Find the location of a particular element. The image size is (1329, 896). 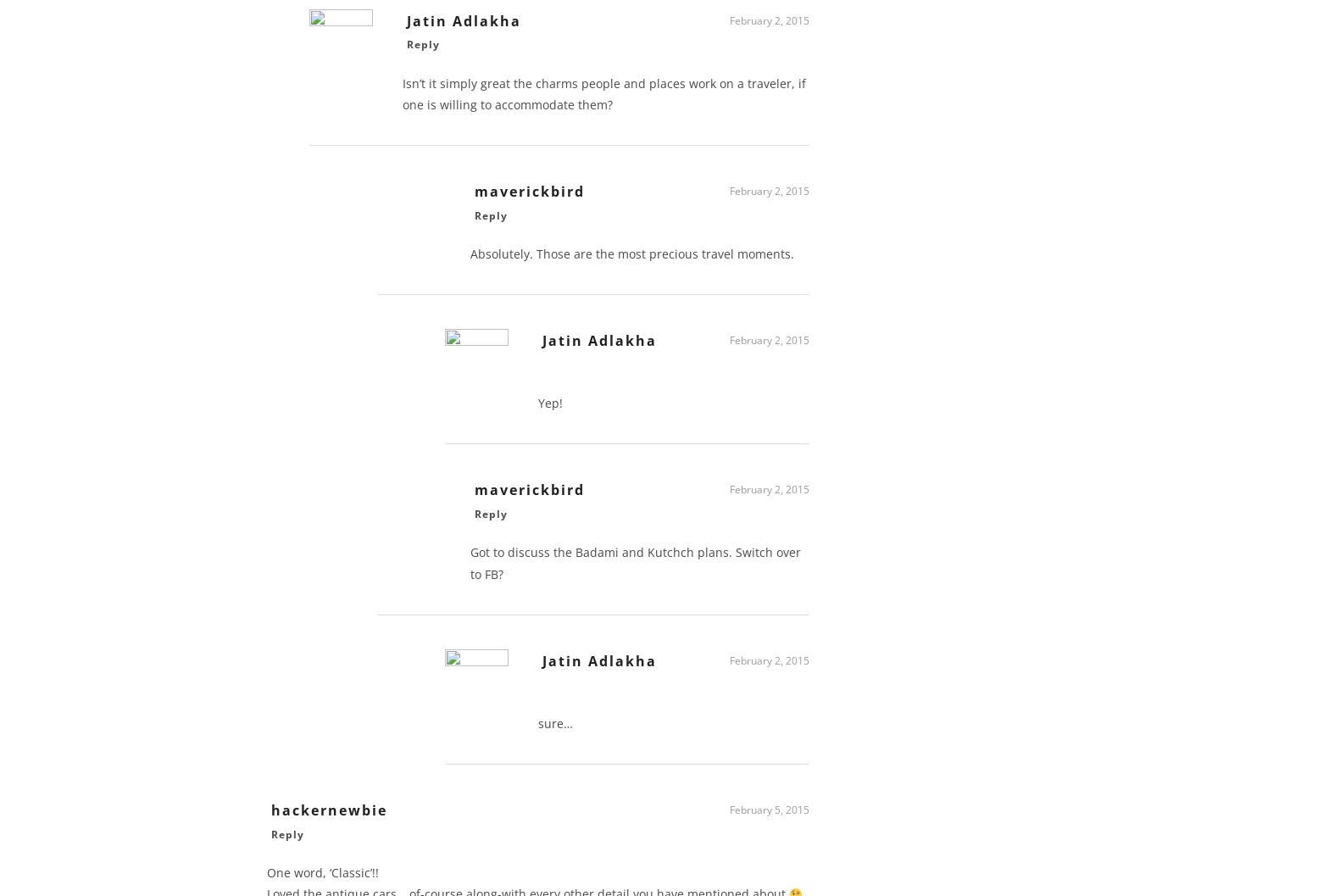

'Isn’t it simply great the charms people and places work on a traveler, if one is willing to accommodate them?' is located at coordinates (603, 98).